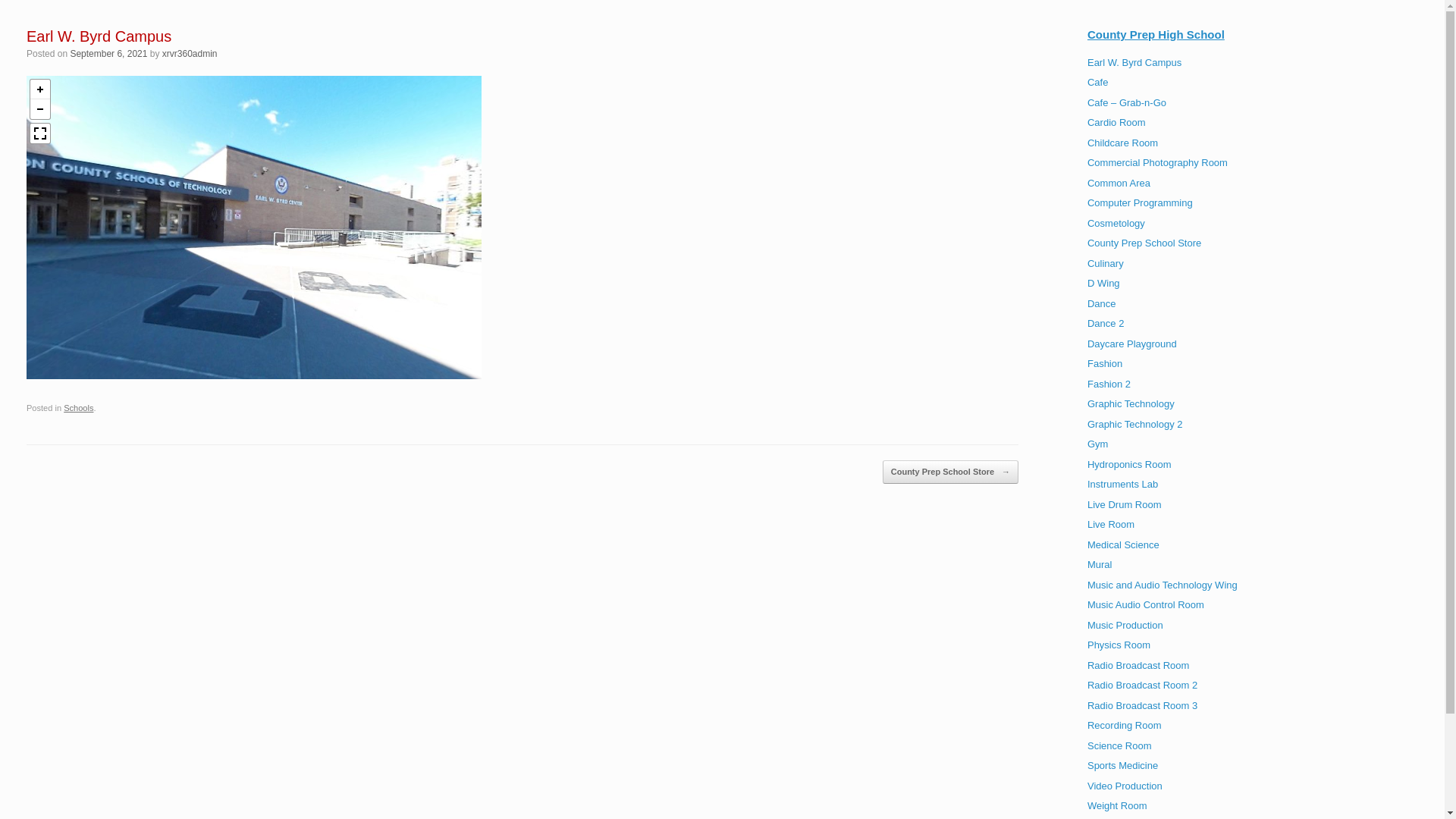  Describe the element at coordinates (1087, 604) in the screenshot. I see `'Music Audio Control Room'` at that location.